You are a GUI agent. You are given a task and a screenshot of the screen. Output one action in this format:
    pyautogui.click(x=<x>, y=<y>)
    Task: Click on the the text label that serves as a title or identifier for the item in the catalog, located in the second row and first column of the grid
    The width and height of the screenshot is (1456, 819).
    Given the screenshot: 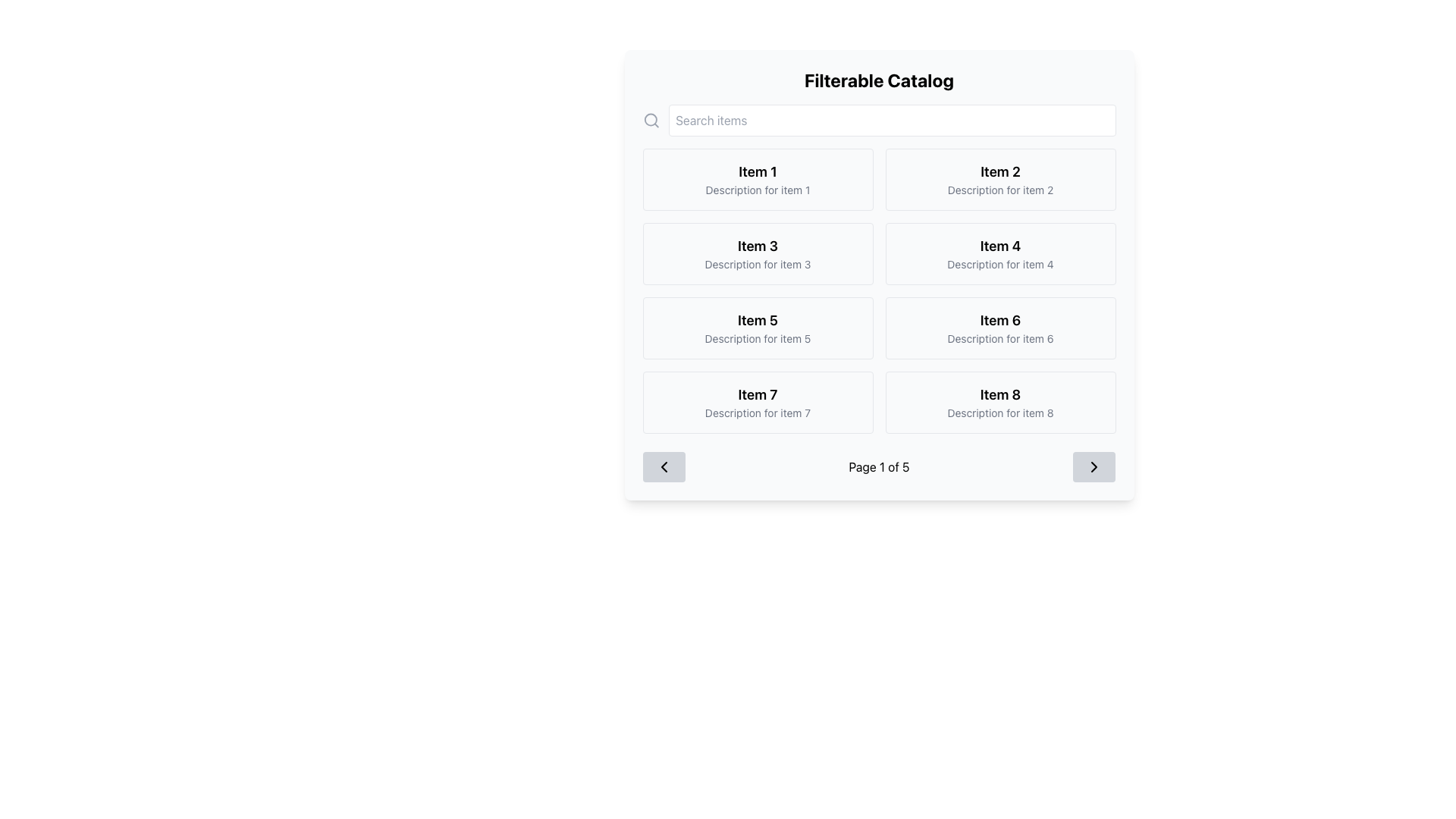 What is the action you would take?
    pyautogui.click(x=758, y=245)
    